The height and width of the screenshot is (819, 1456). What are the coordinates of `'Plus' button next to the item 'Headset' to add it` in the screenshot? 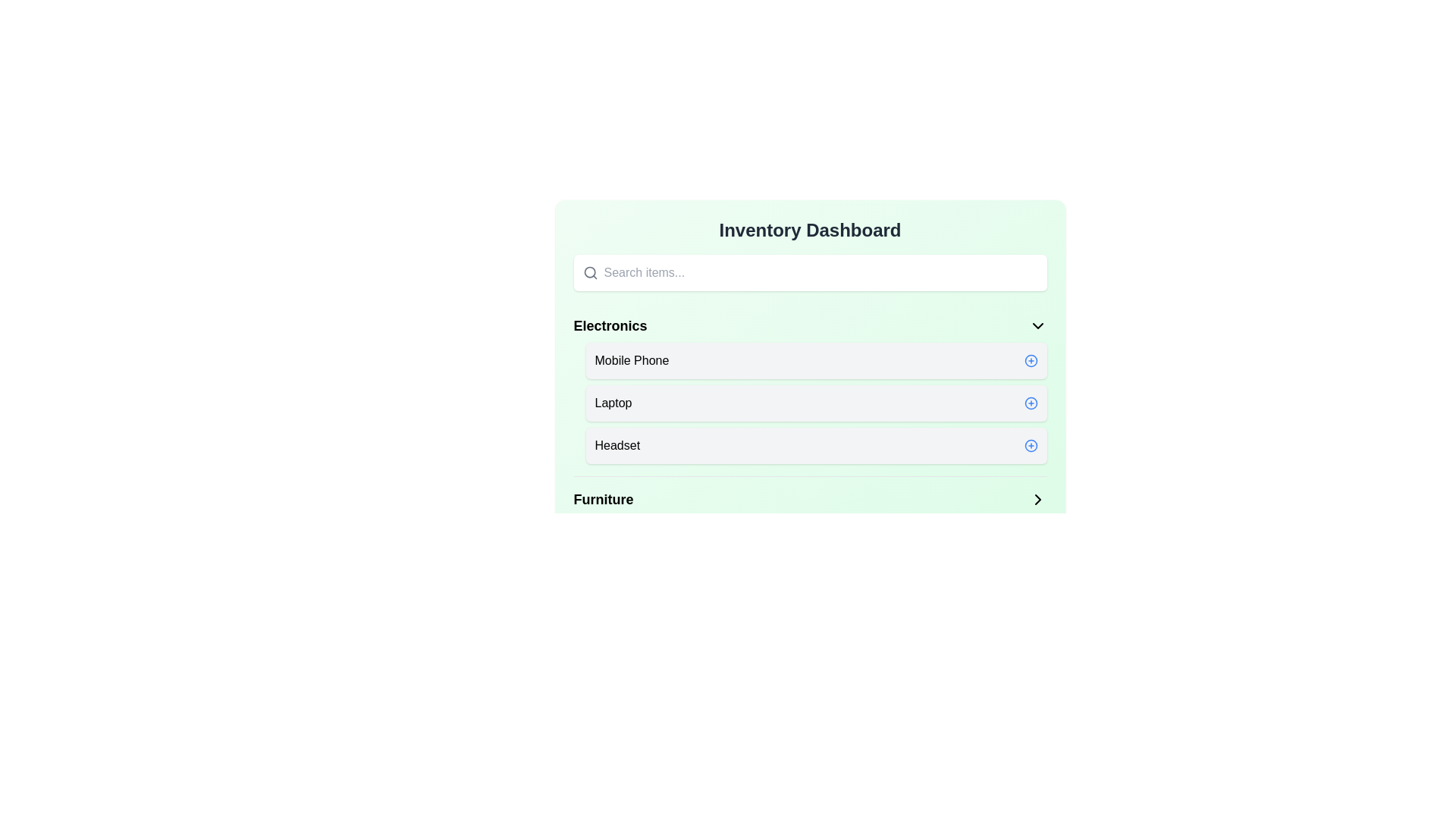 It's located at (1031, 444).